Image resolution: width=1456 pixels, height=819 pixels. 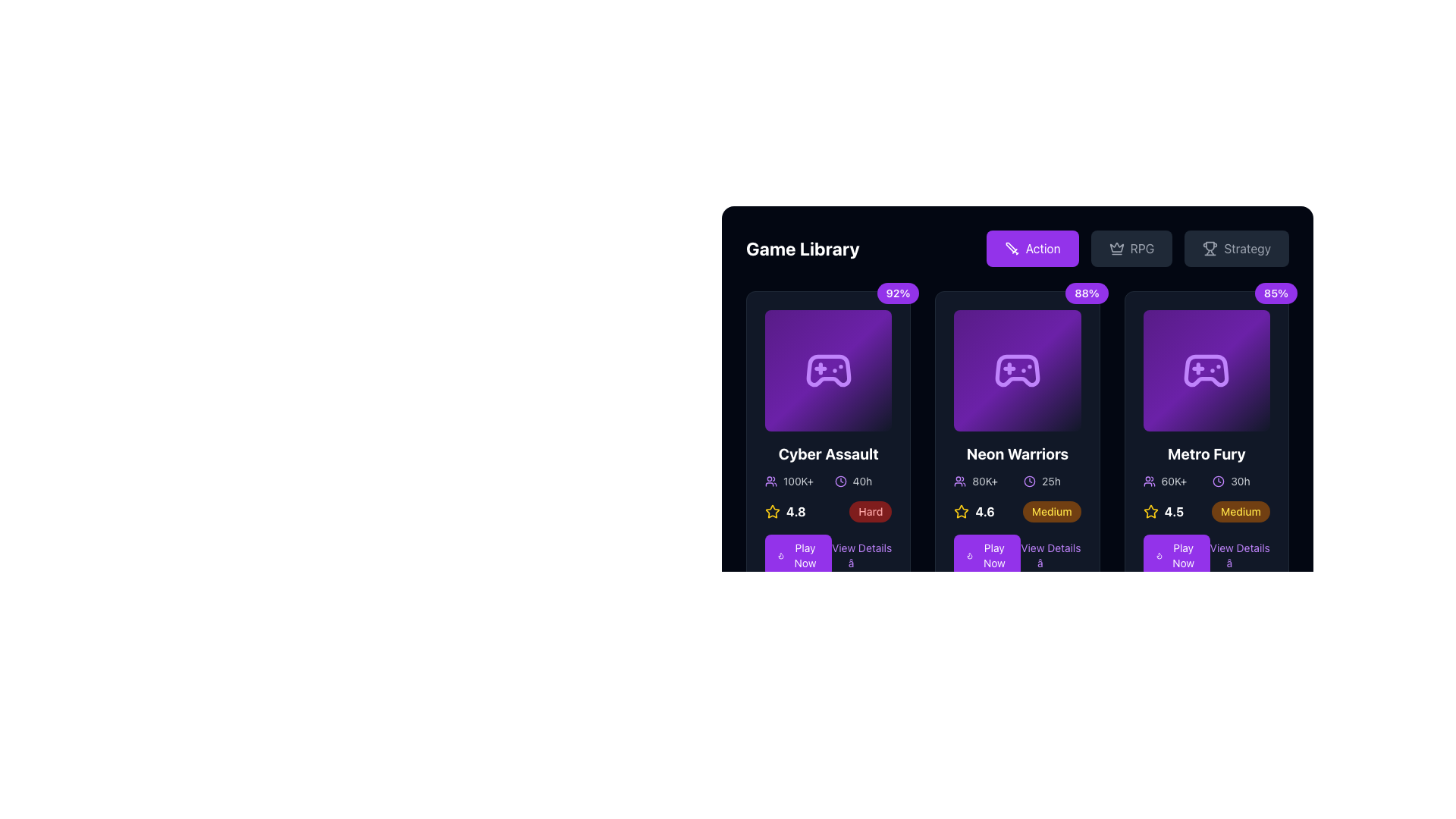 What do you see at coordinates (1241, 482) in the screenshot?
I see `the static informational label displaying the gameplay duration for 'Metro Fury'` at bounding box center [1241, 482].